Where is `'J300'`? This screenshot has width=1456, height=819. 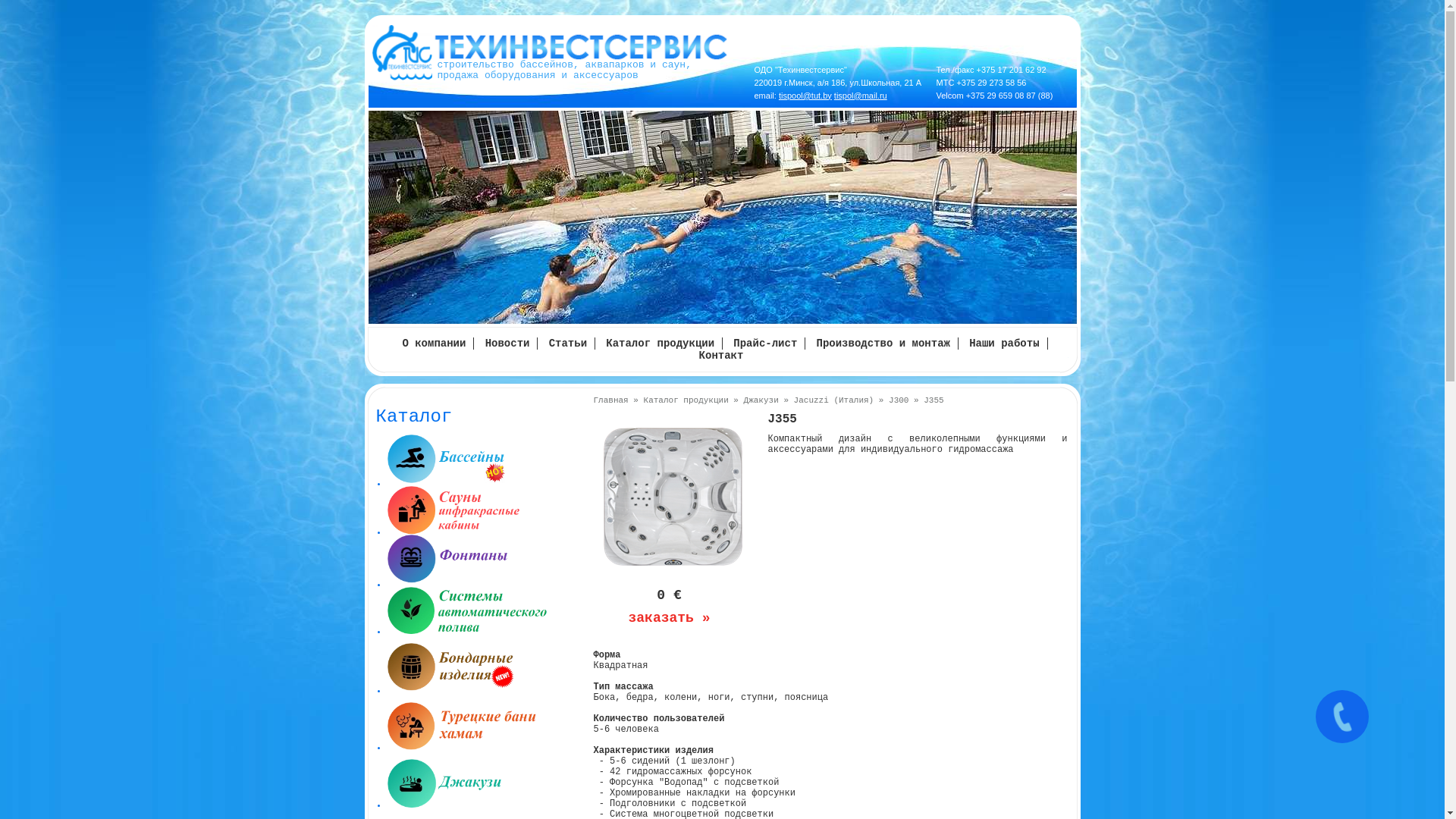
'J300' is located at coordinates (899, 400).